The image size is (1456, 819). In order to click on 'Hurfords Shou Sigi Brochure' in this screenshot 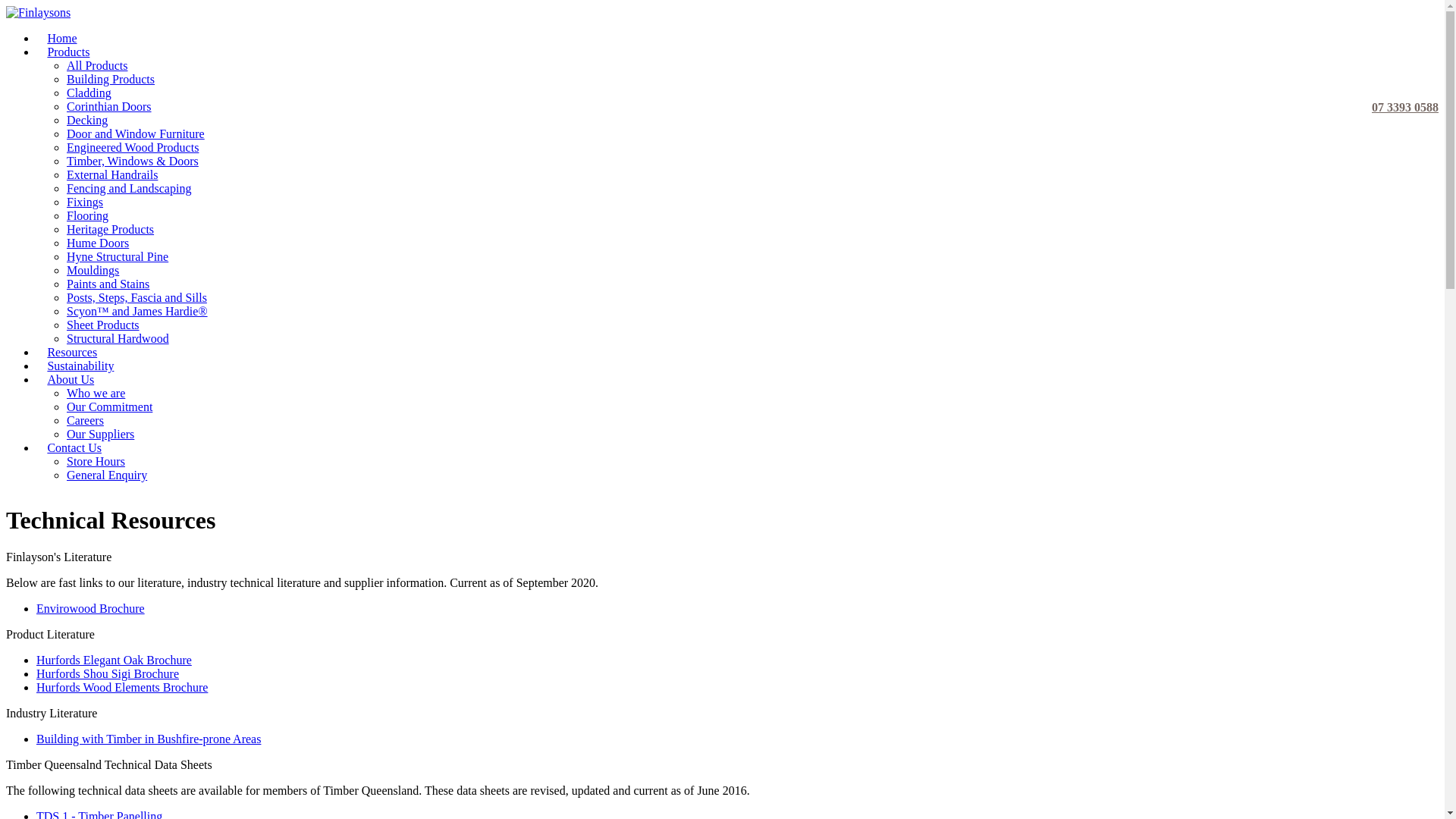, I will do `click(107, 673)`.